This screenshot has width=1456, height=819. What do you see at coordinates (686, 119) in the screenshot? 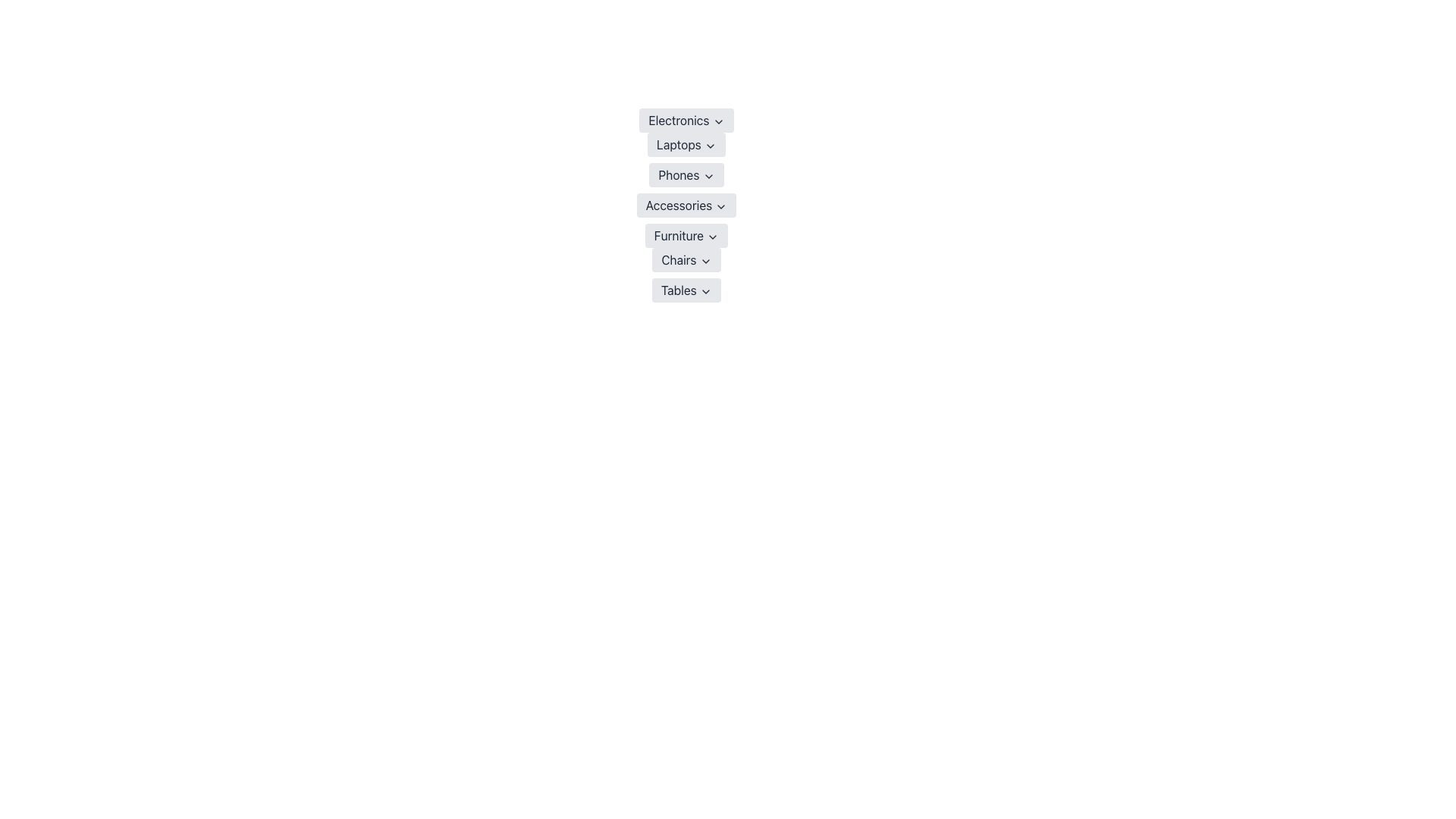
I see `the 'Electronics' dropdown button at the top of the vertical list` at bounding box center [686, 119].